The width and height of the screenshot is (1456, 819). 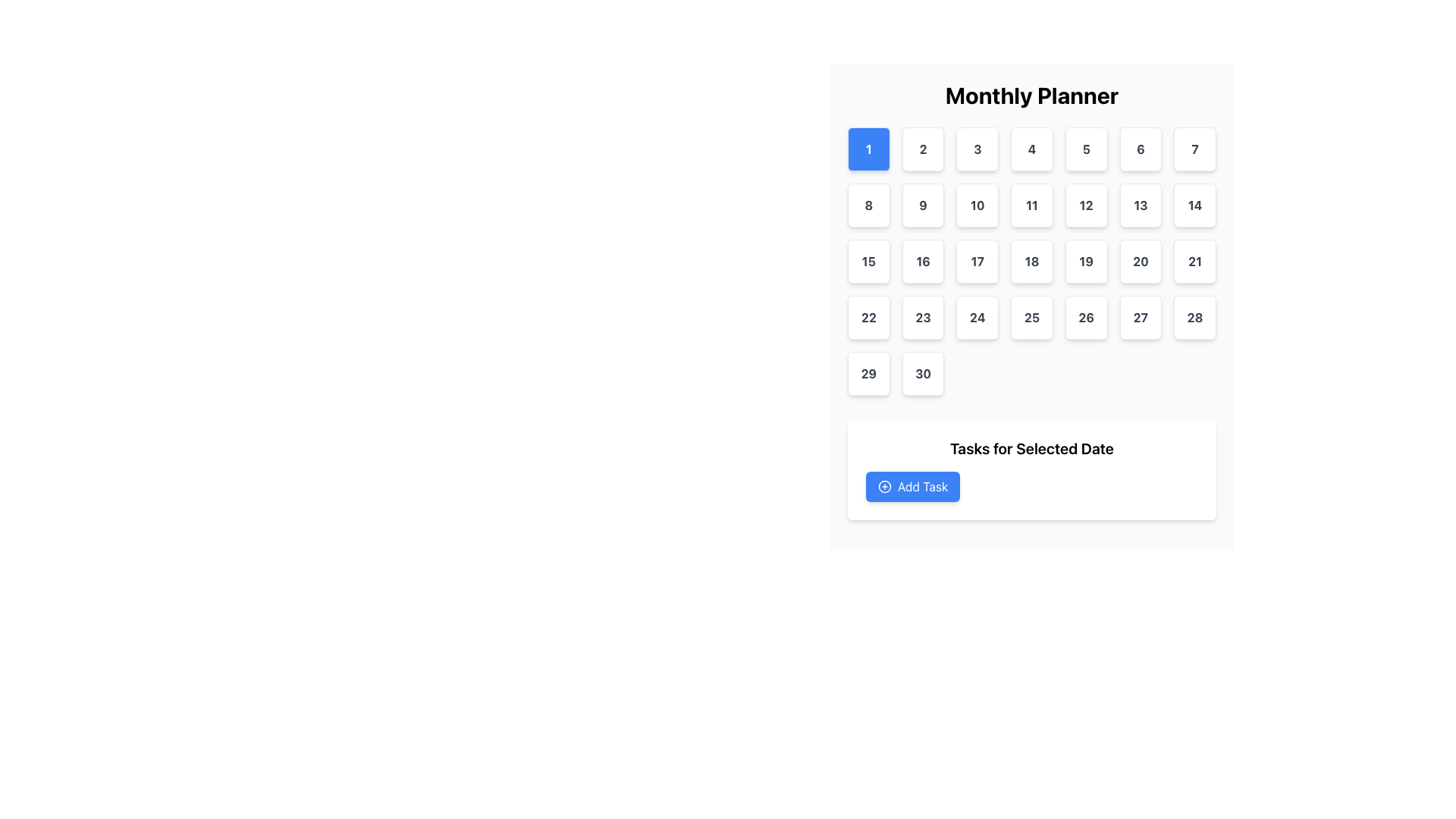 I want to click on the blue rectangular button labeled 'Add Task' with a plus icon, so click(x=912, y=486).